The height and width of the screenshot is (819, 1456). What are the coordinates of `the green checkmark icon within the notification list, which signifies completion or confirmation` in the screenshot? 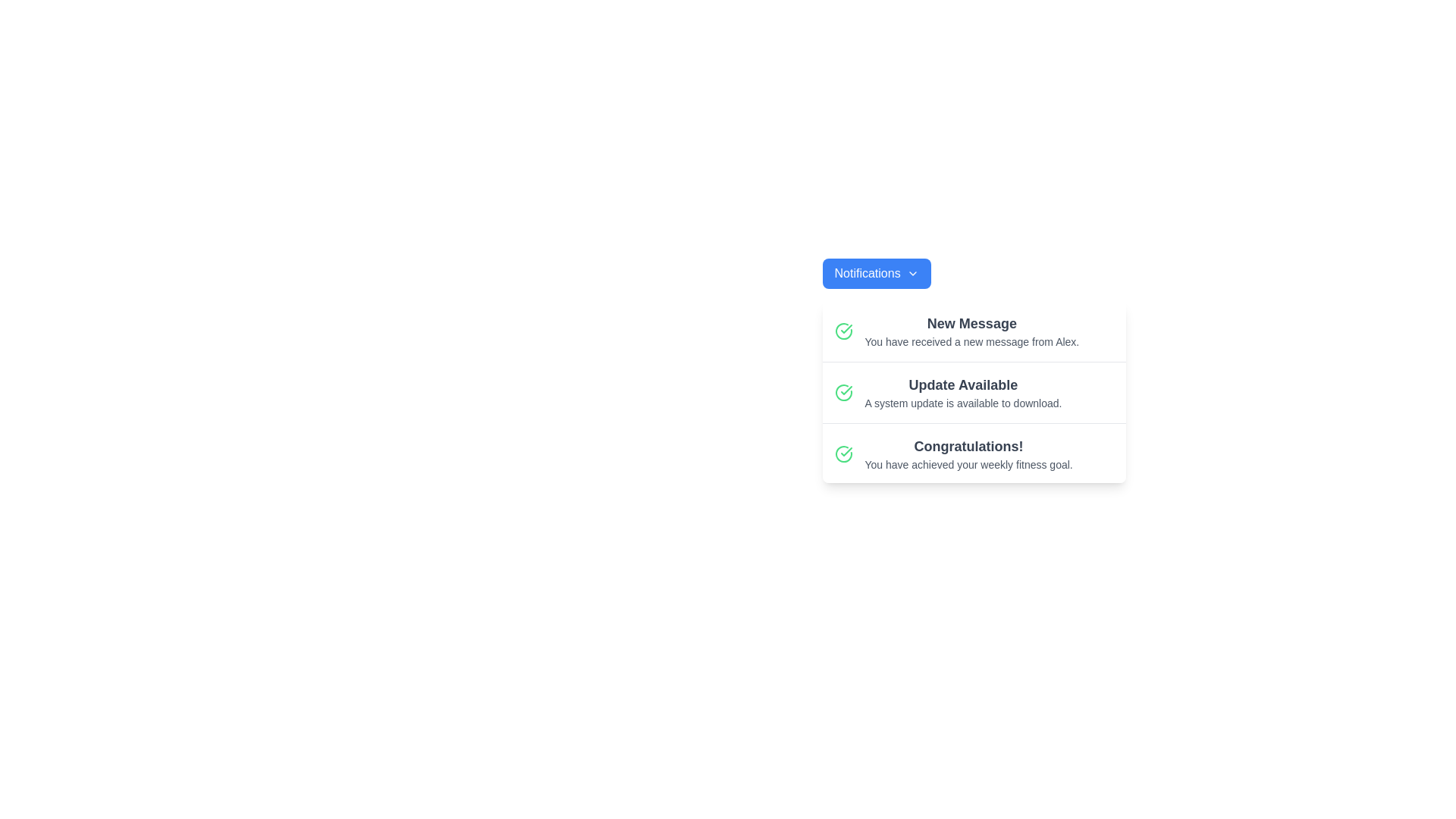 It's located at (846, 390).